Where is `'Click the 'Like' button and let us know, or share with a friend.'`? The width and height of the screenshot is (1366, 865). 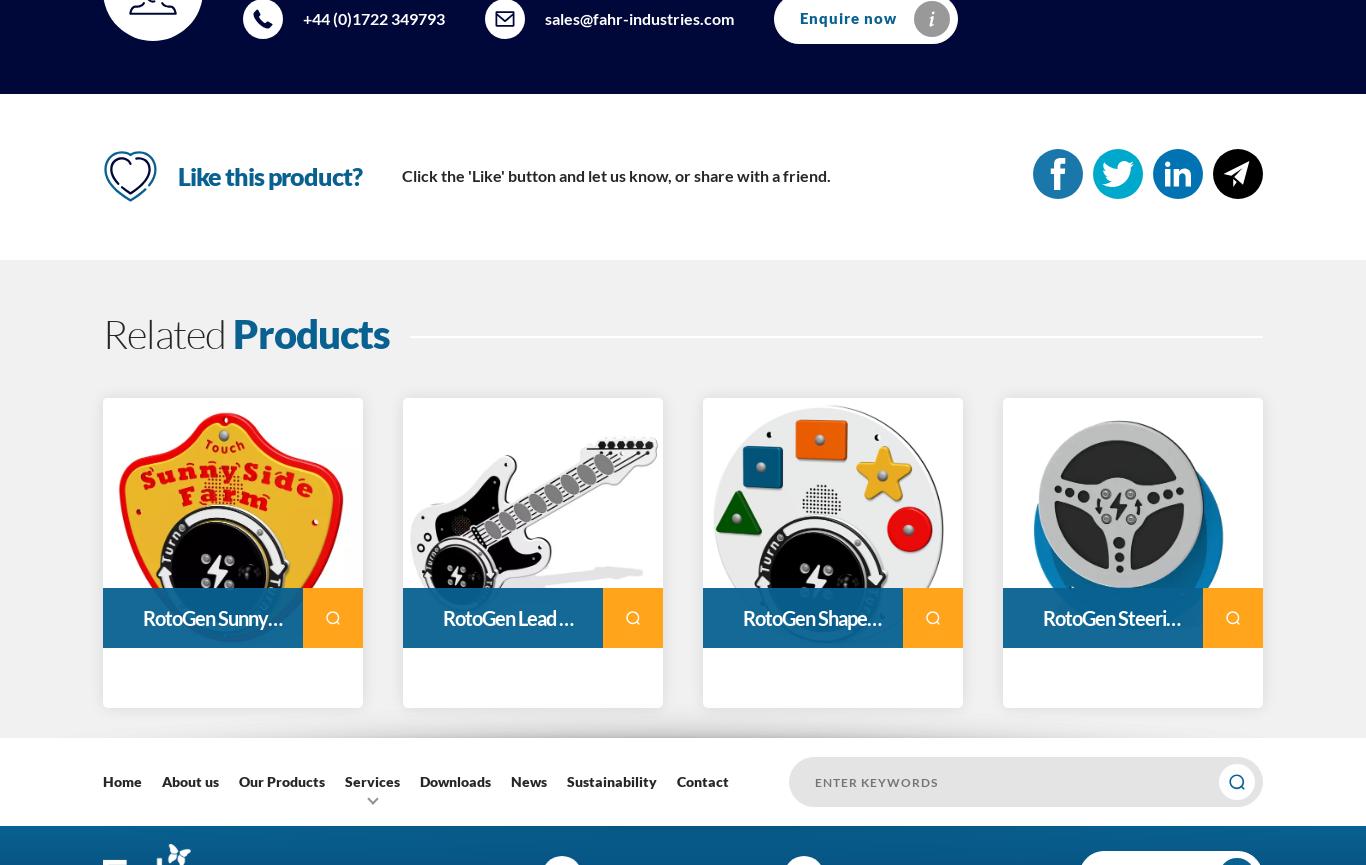
'Click the 'Like' button and let us know, or share with a friend.' is located at coordinates (615, 174).